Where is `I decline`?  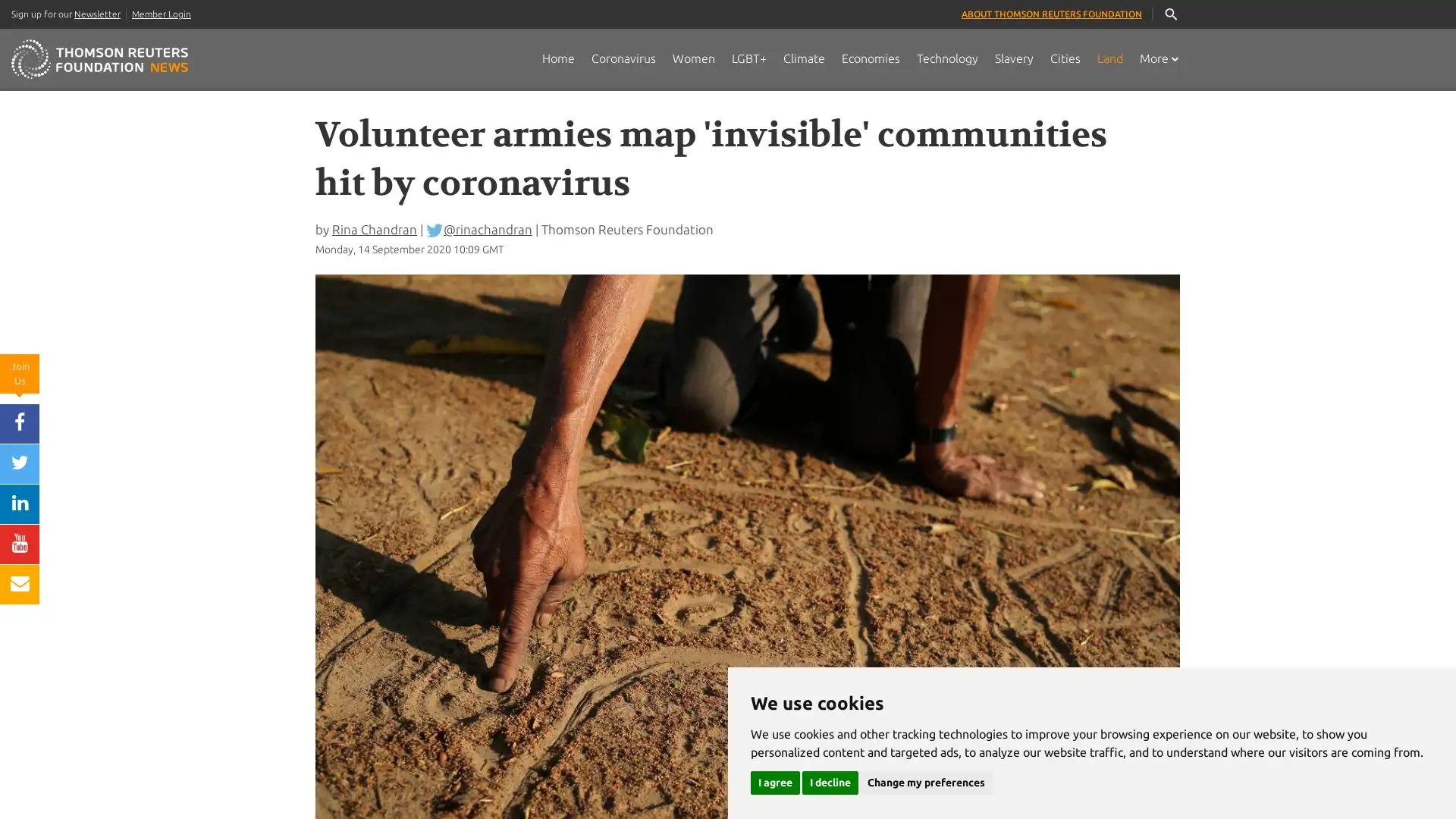
I decline is located at coordinates (829, 782).